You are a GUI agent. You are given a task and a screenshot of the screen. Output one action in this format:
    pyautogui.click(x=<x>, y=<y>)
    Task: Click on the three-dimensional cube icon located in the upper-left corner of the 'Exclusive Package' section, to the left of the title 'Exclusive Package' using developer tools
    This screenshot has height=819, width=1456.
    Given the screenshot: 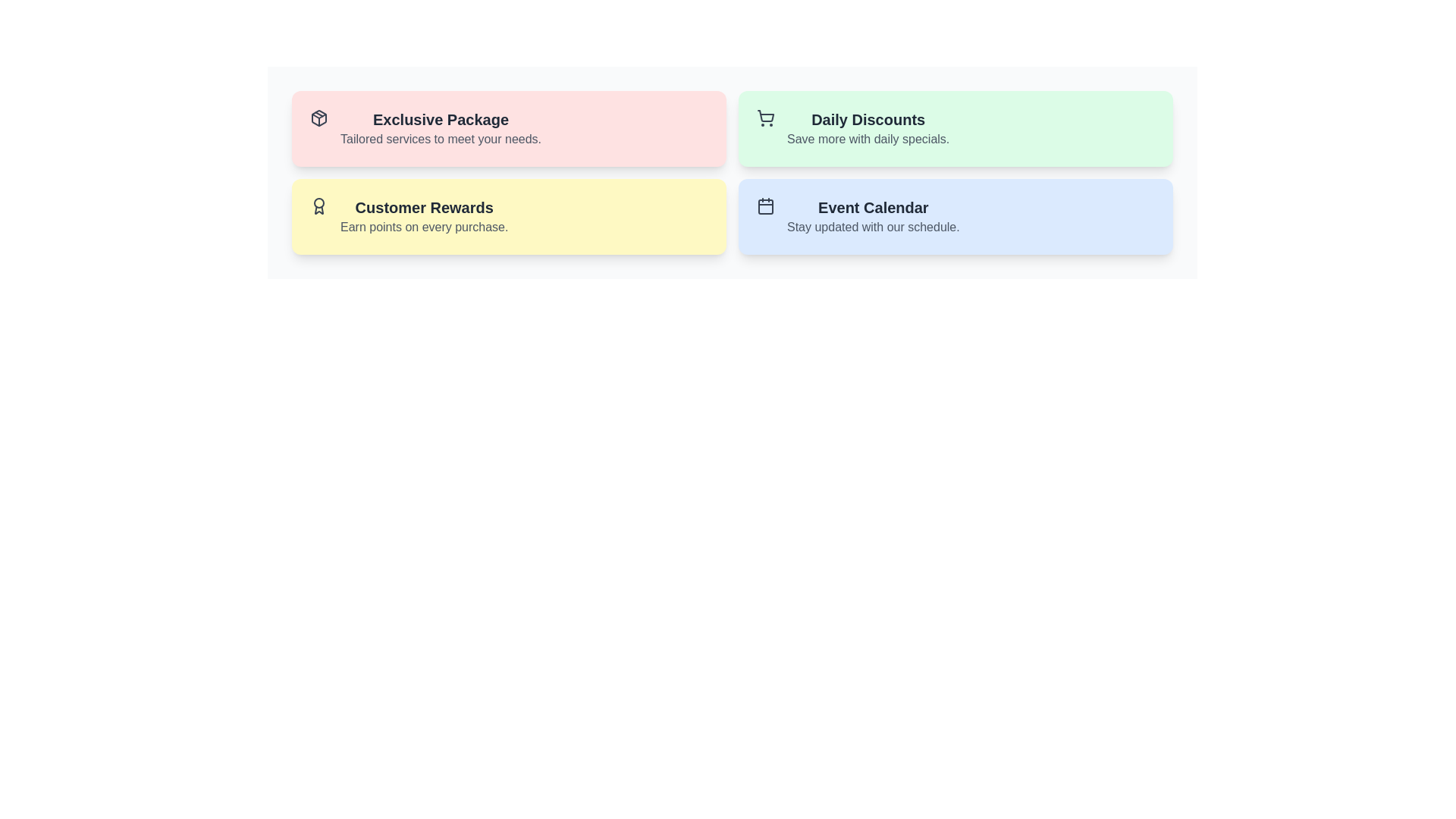 What is the action you would take?
    pyautogui.click(x=318, y=117)
    